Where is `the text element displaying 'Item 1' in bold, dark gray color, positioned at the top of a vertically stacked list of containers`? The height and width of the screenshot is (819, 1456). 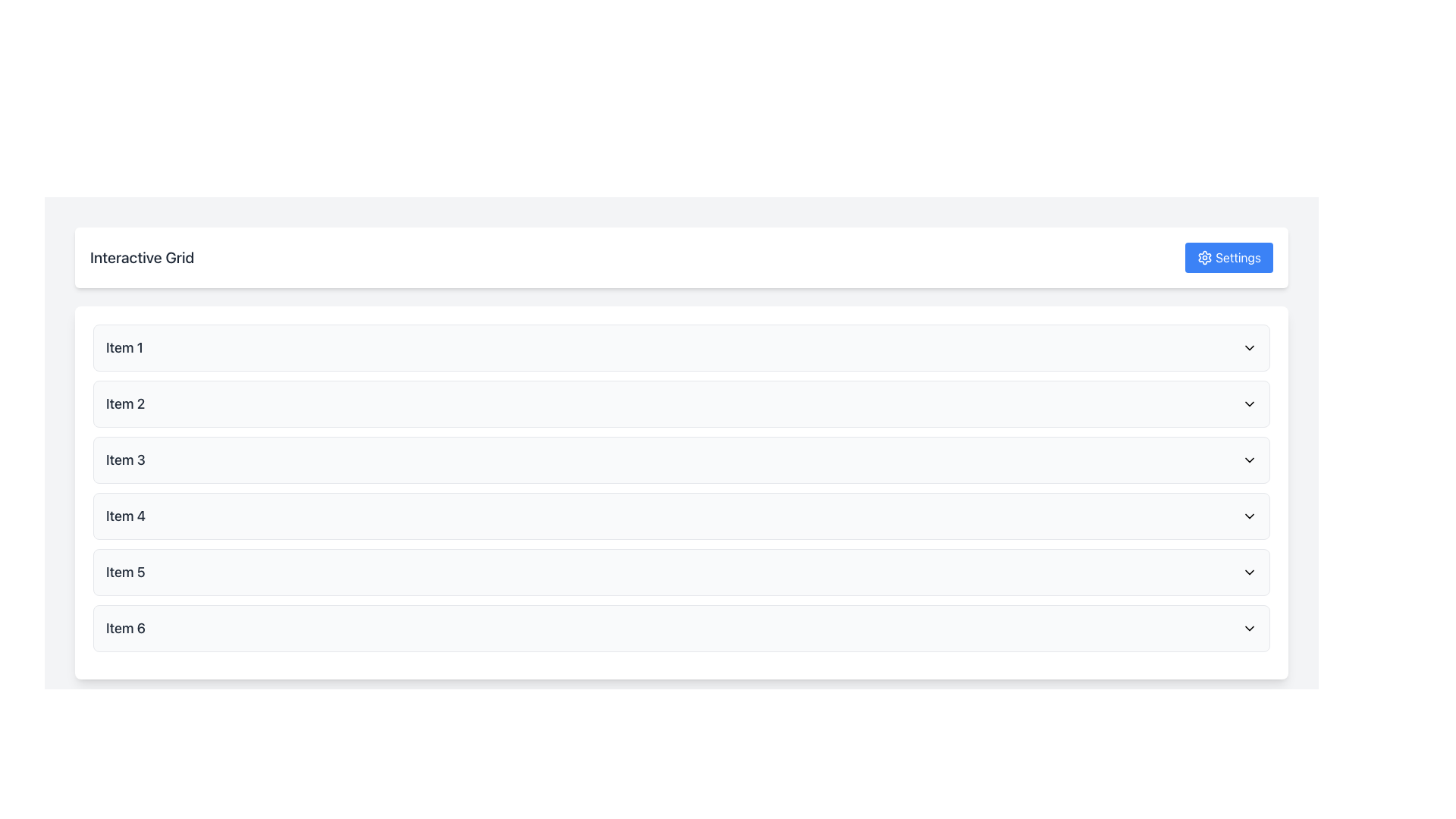
the text element displaying 'Item 1' in bold, dark gray color, positioned at the top of a vertically stacked list of containers is located at coordinates (124, 348).